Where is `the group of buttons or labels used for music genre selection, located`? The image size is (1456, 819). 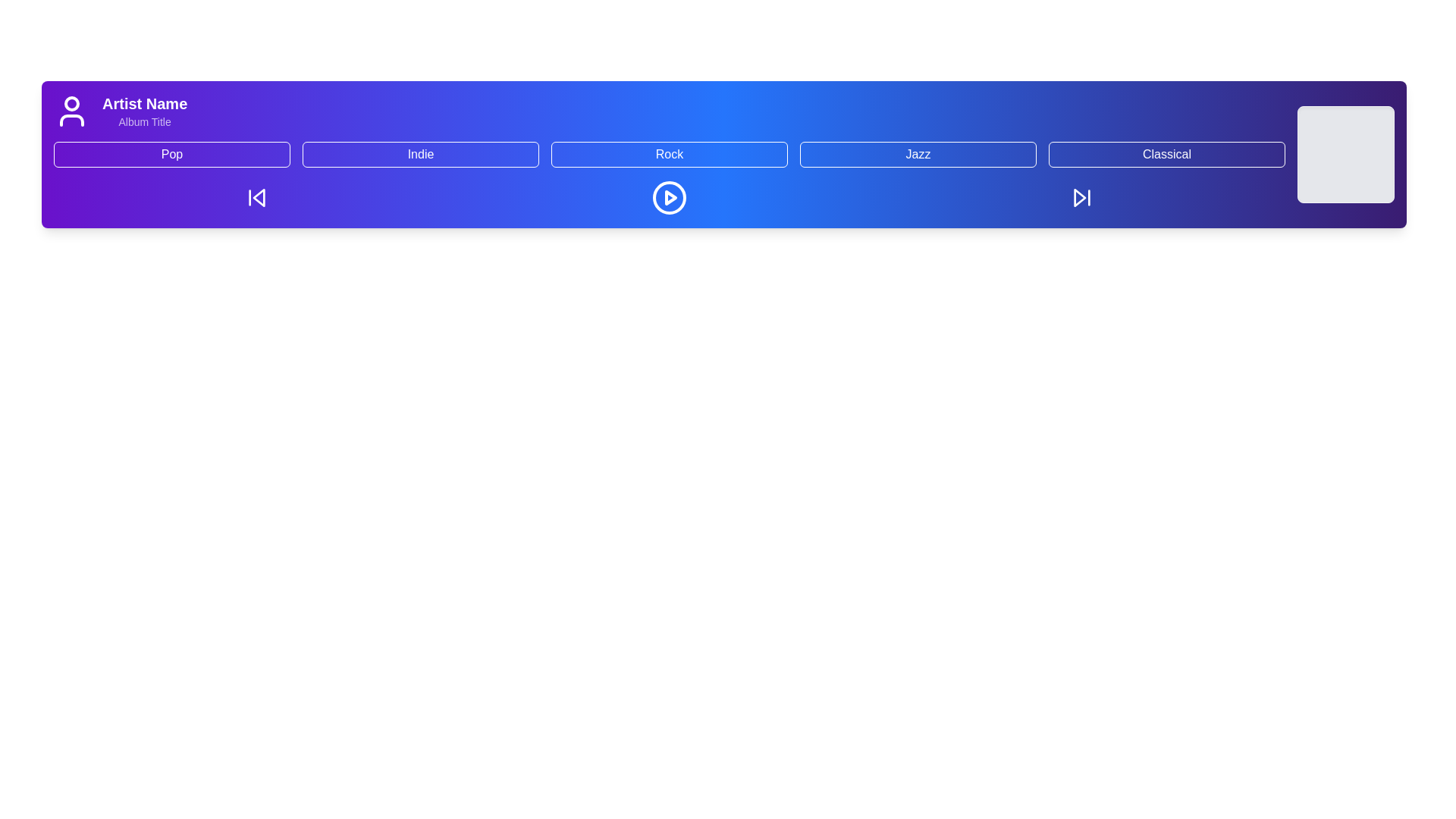
the group of buttons or labels used for music genre selection, located is located at coordinates (669, 155).